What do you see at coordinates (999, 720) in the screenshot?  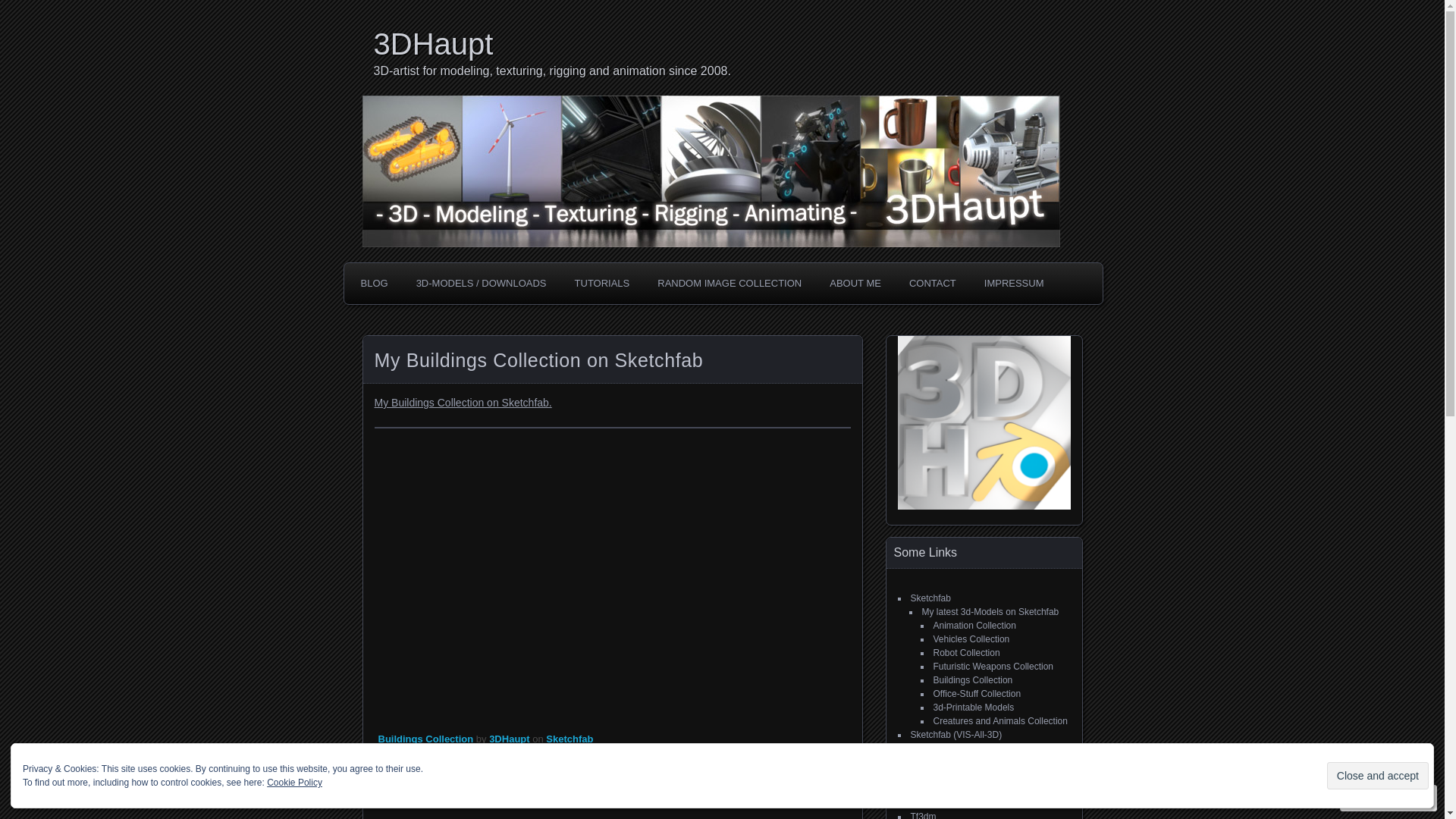 I see `'Creatures and Animals Collection'` at bounding box center [999, 720].